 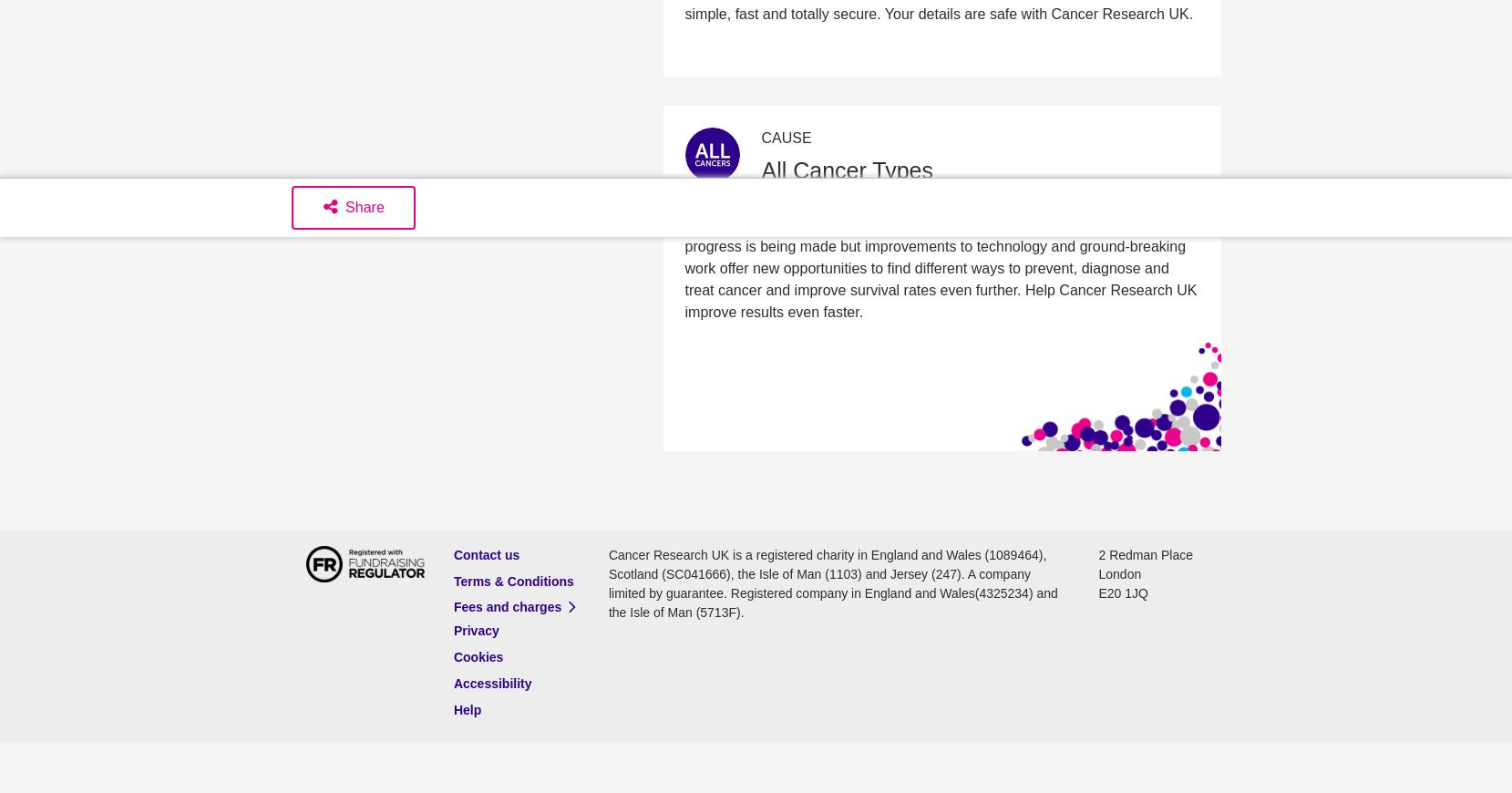 I want to click on 'All Cancer Types', so click(x=847, y=169).